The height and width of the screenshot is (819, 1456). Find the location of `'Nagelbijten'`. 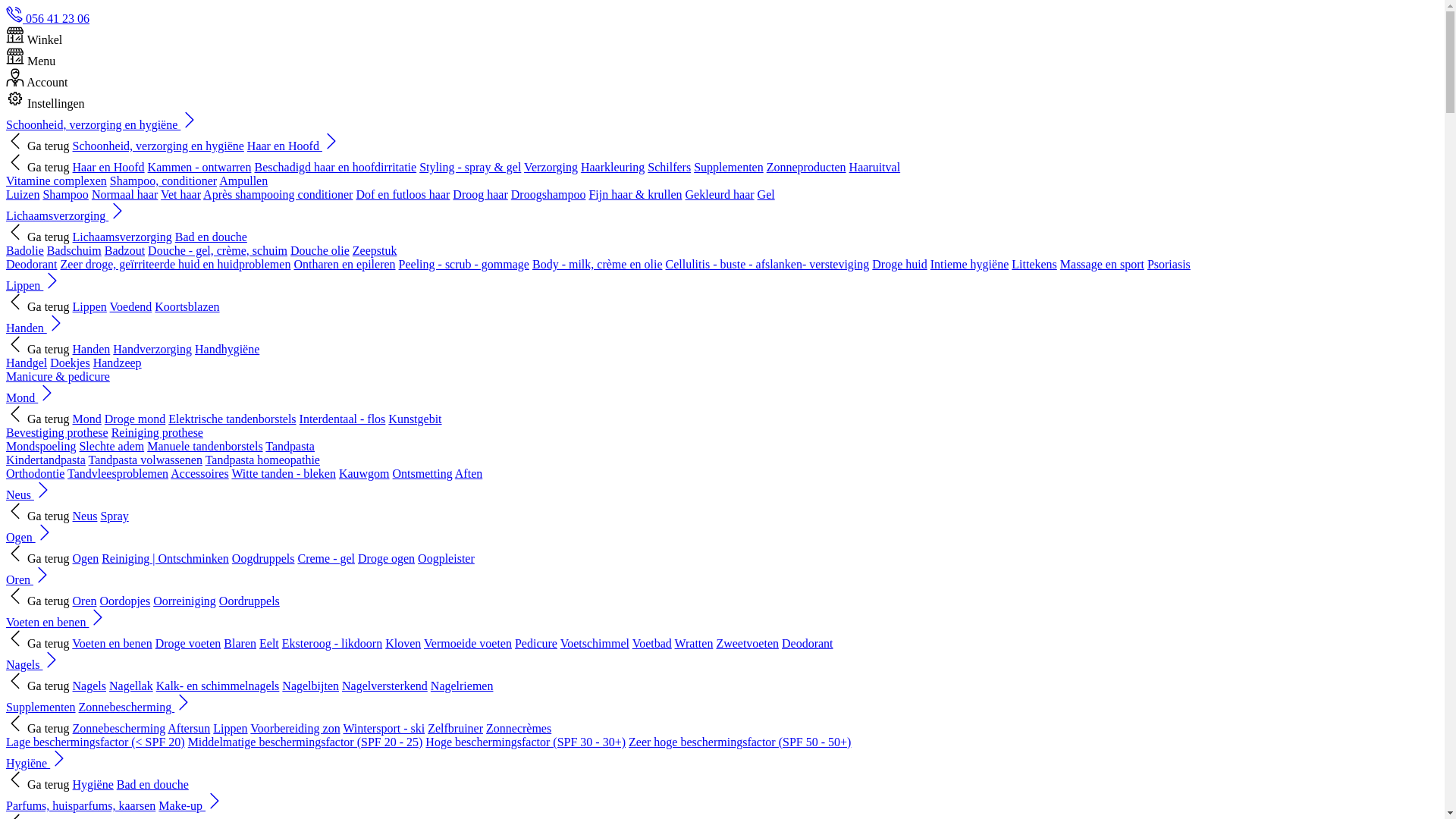

'Nagelbijten' is located at coordinates (282, 686).